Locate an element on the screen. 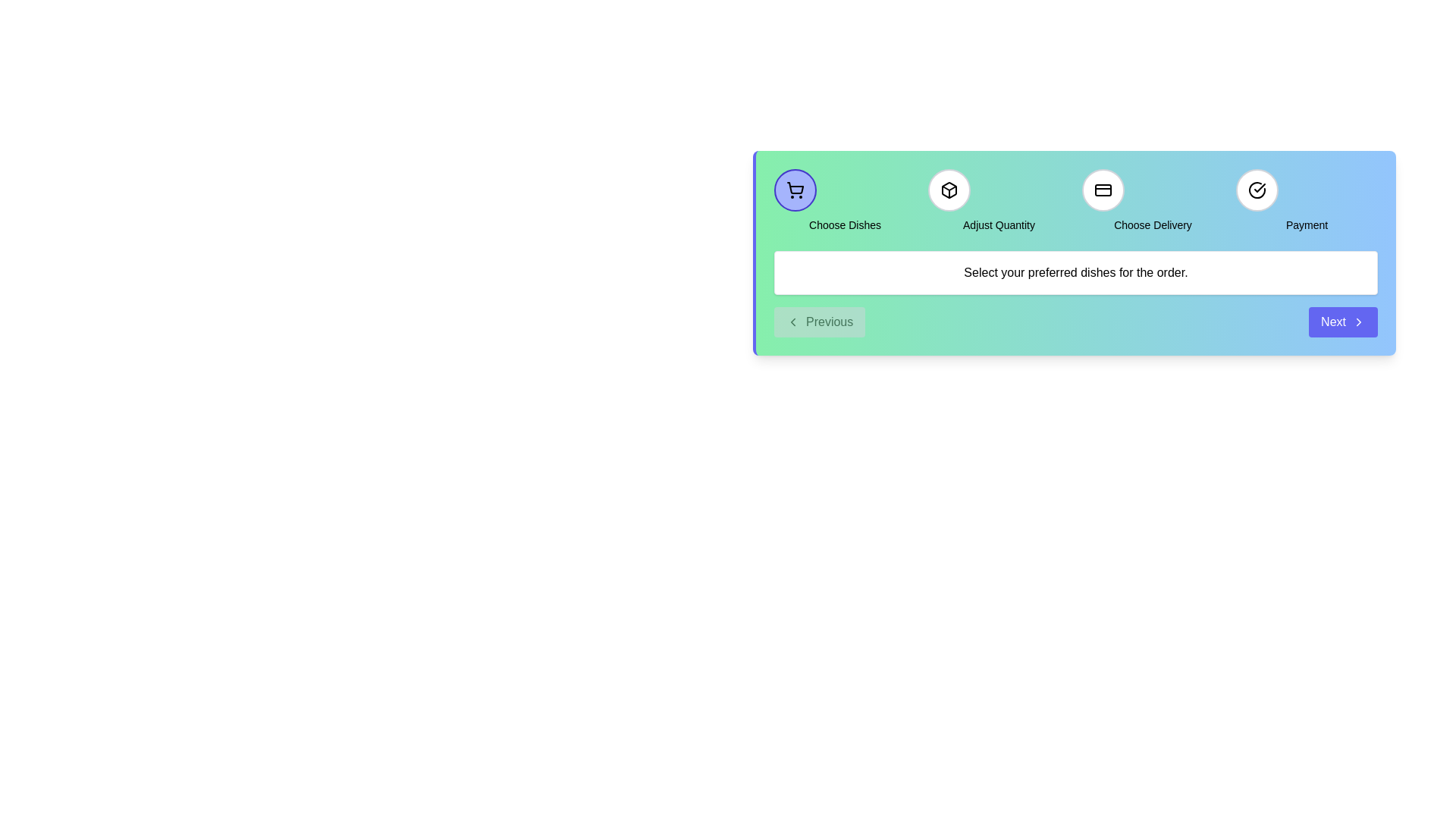 Image resolution: width=1456 pixels, height=819 pixels. the button with an icon that allows users to choose dishes for their order, positioned as the first button in a horizontal sequence under the 'Choose Dishes' title is located at coordinates (795, 189).